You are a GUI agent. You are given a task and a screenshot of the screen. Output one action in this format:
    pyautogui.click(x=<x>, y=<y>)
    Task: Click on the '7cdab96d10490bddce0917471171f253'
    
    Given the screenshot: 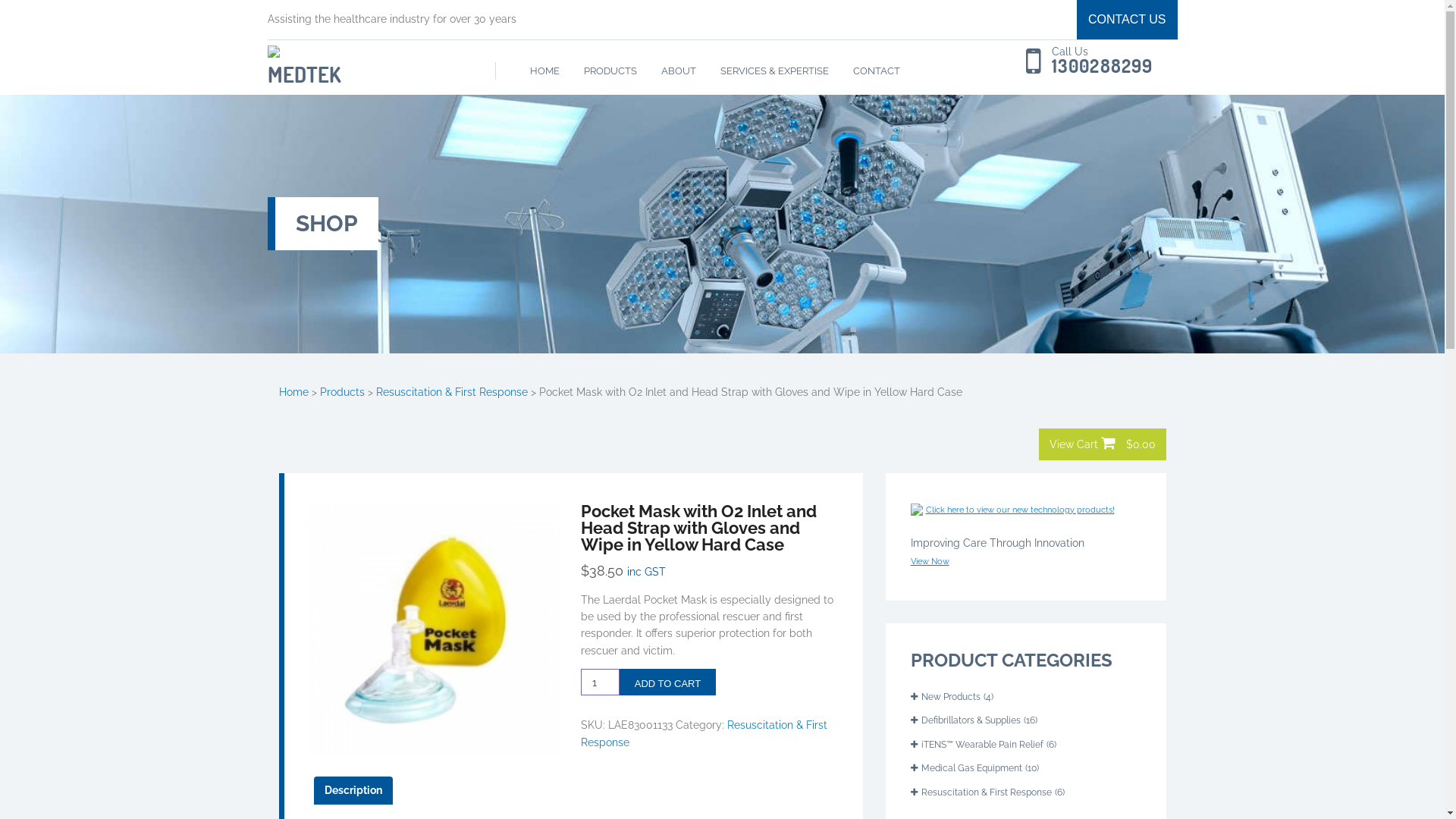 What is the action you would take?
    pyautogui.click(x=432, y=629)
    